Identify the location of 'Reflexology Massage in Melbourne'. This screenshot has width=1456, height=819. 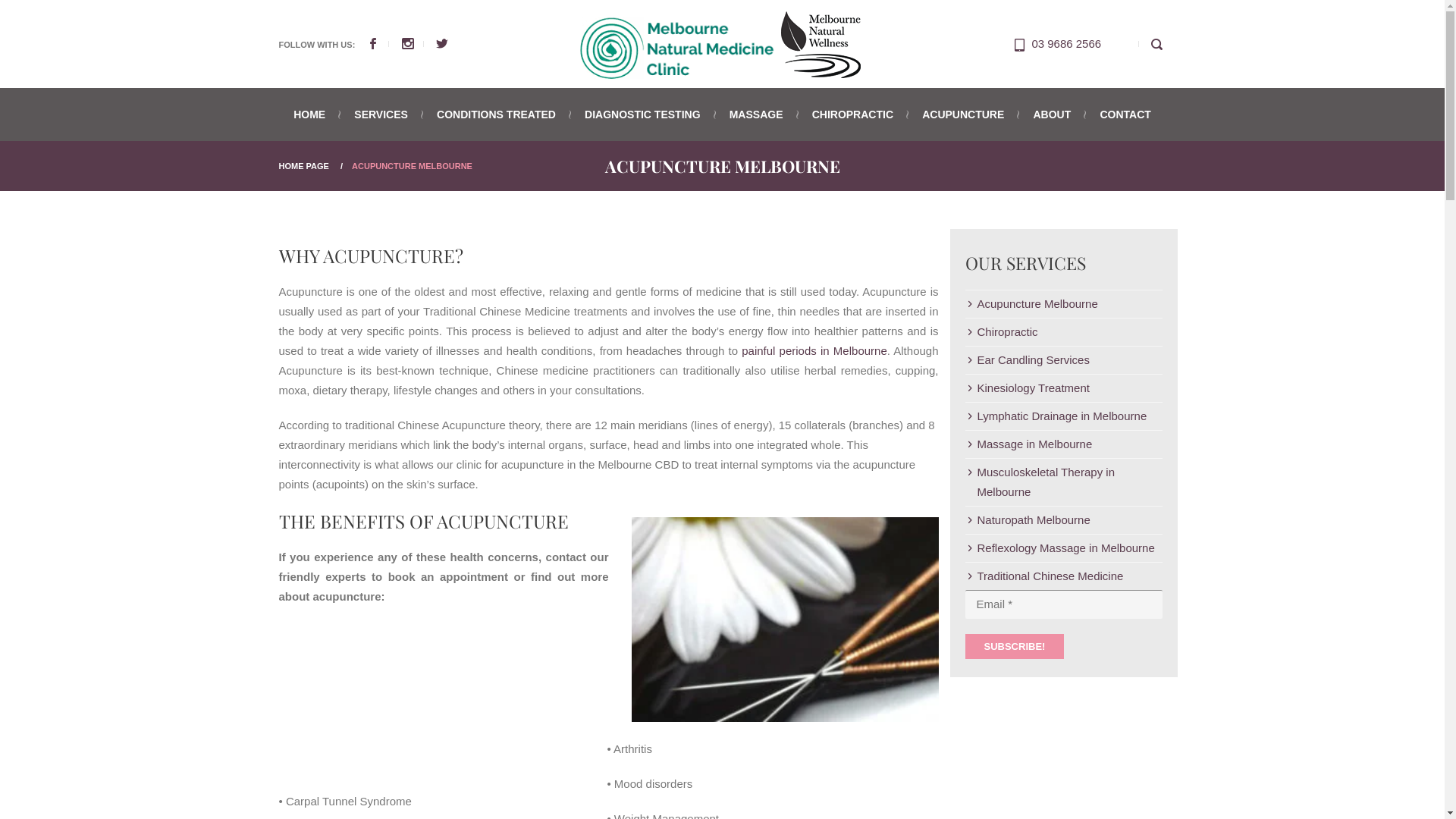
(964, 548).